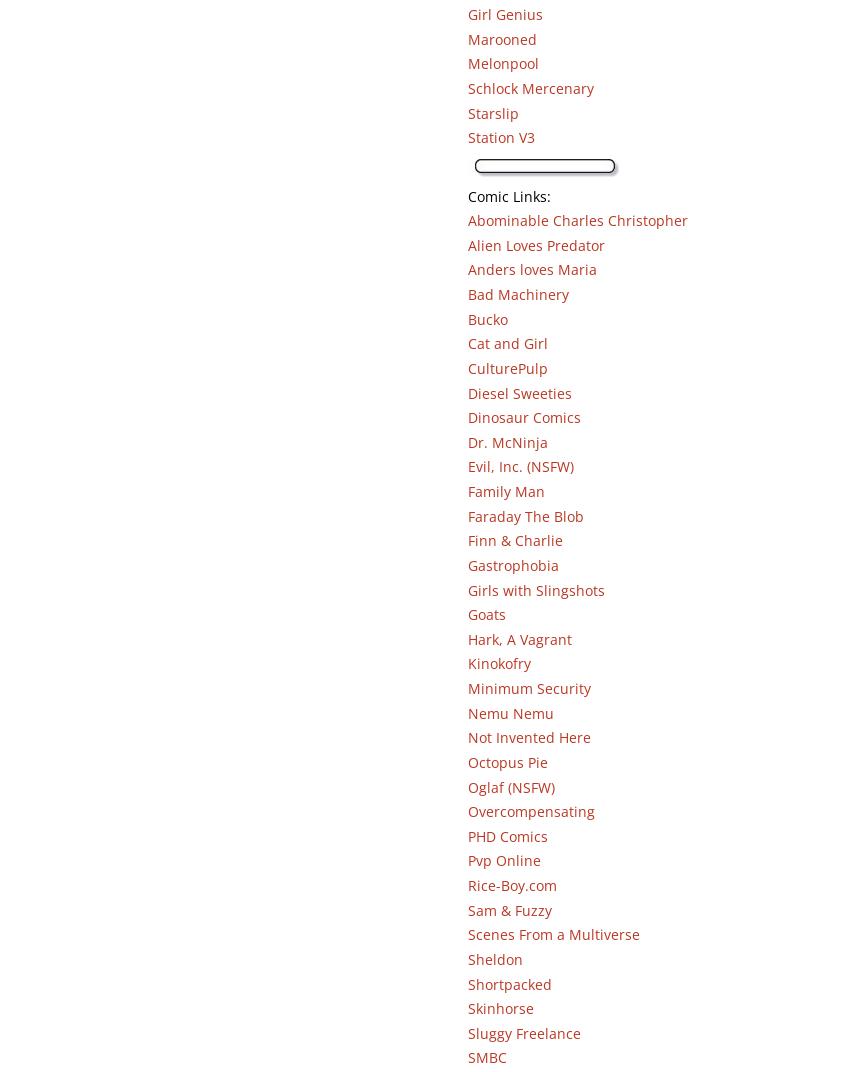 This screenshot has height=1072, width=850. I want to click on 'Shortpacked', so click(465, 982).